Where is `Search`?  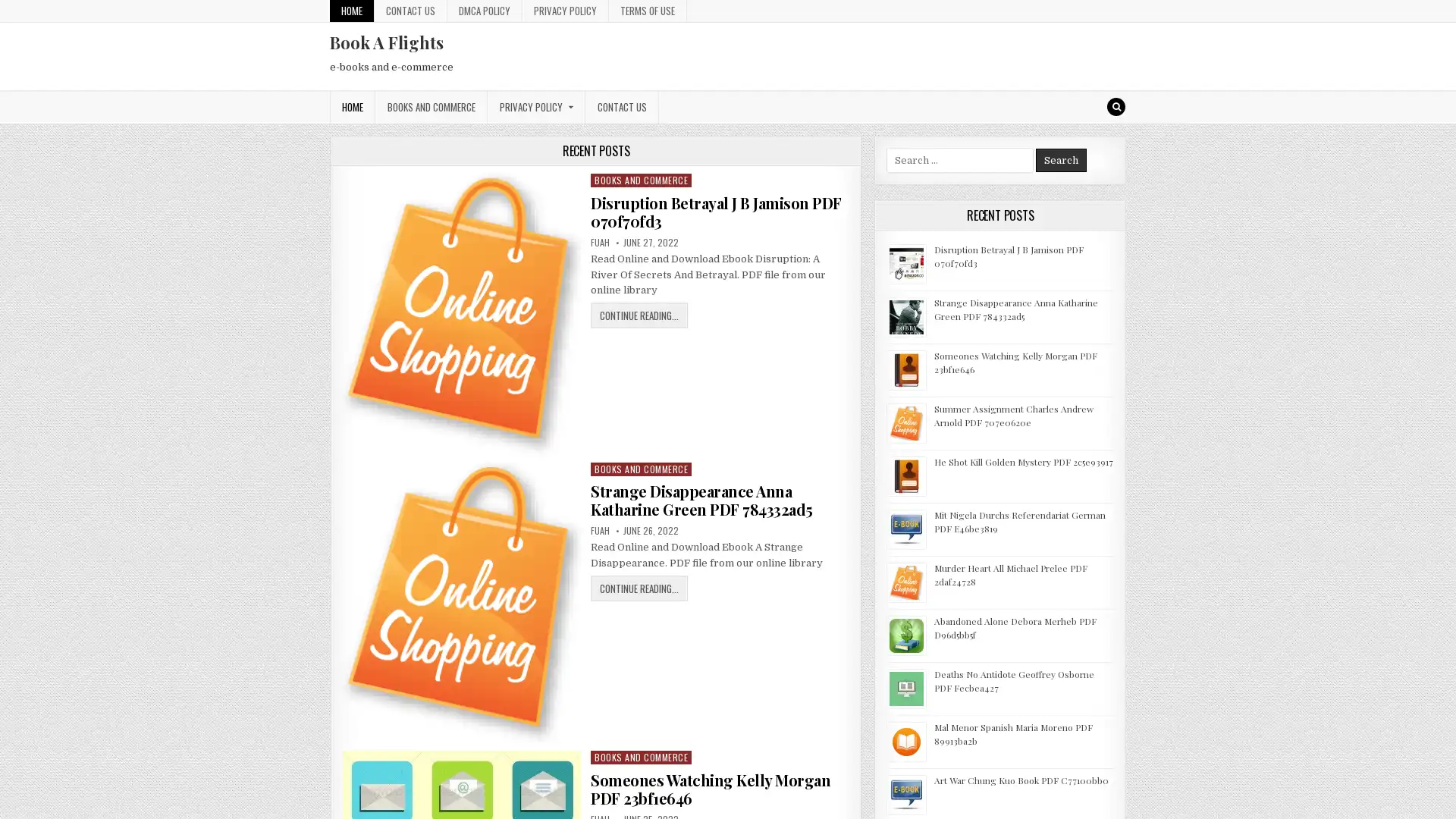
Search is located at coordinates (1060, 160).